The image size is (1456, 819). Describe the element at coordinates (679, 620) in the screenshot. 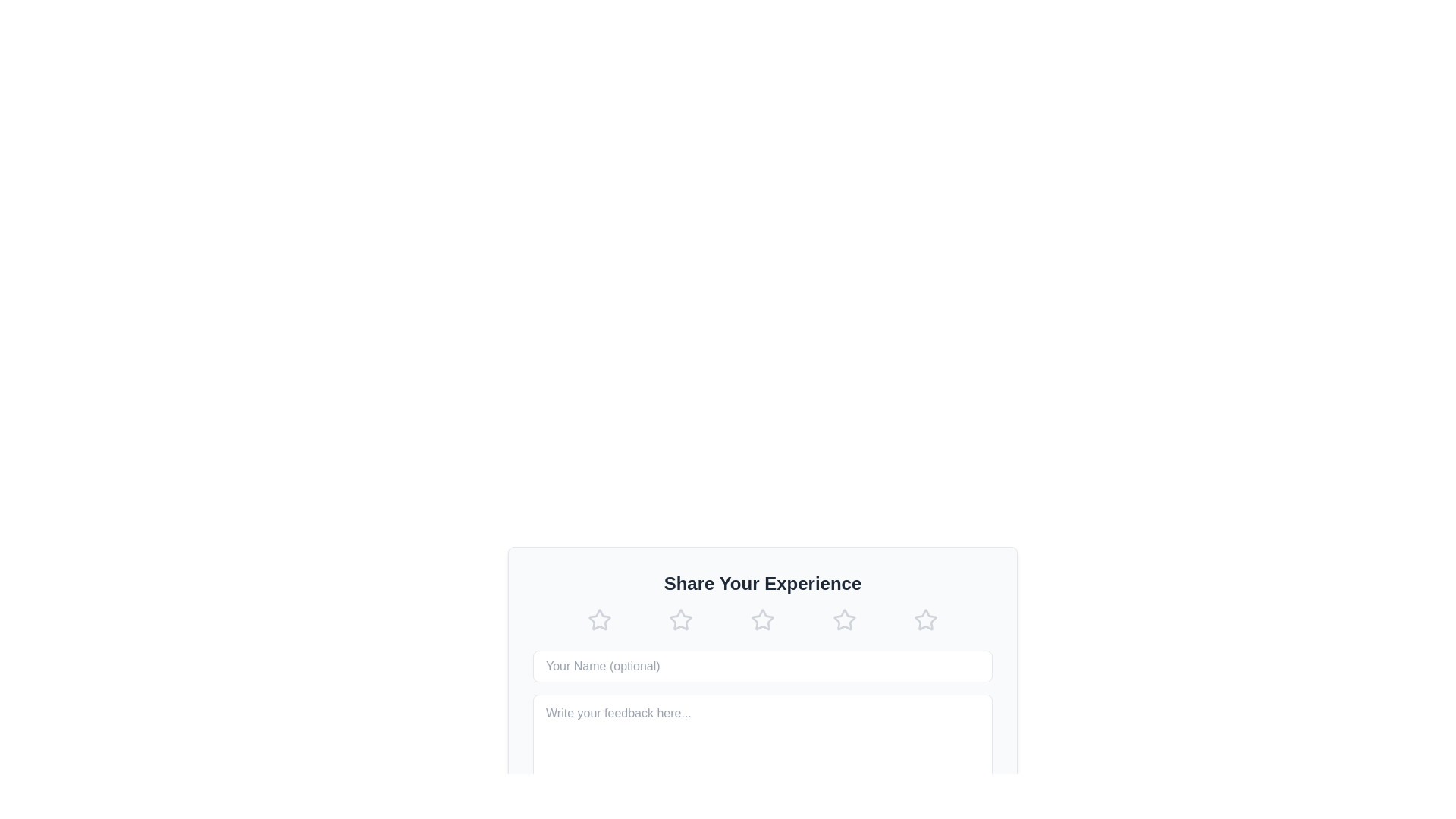

I see `the first star-shaped rating icon, which is part of a horizontal group of five stars under the 'Share Your Experience' header` at that location.